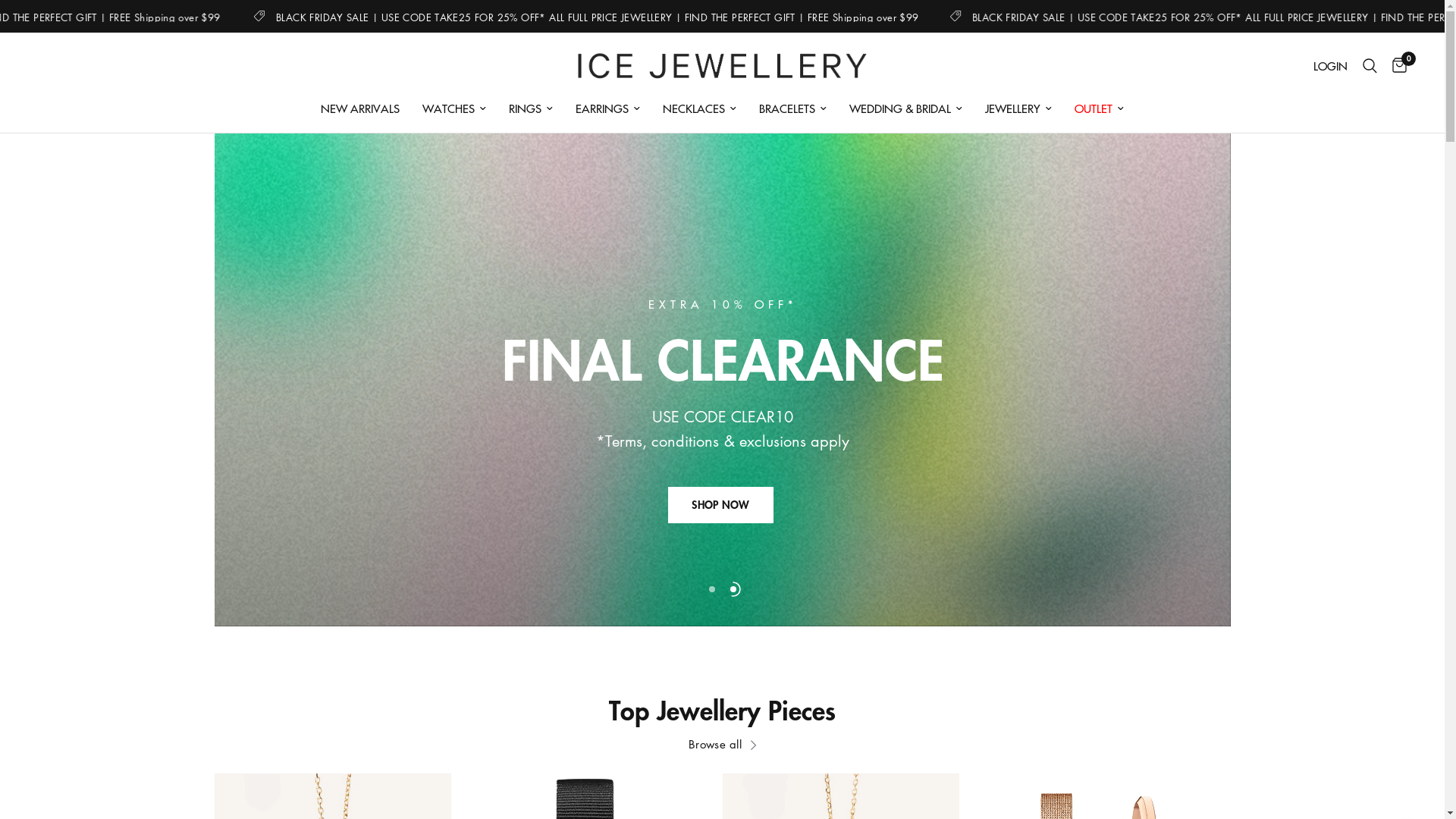 This screenshot has height=819, width=1456. Describe the element at coordinates (905, 107) in the screenshot. I see `'WEDDING & BRIDAL'` at that location.